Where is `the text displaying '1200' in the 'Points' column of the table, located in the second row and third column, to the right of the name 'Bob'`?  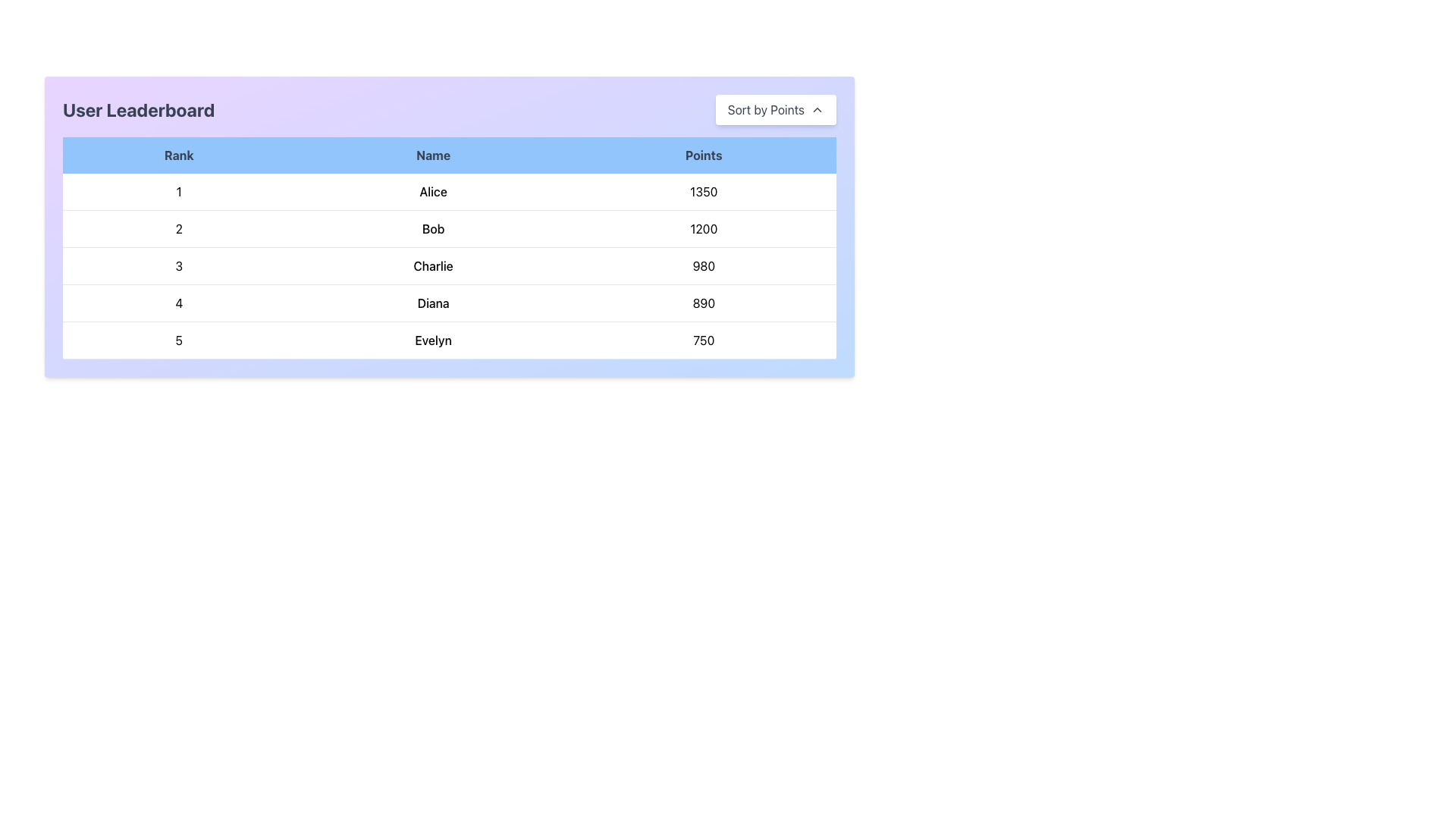
the text displaying '1200' in the 'Points' column of the table, located in the second row and third column, to the right of the name 'Bob' is located at coordinates (703, 228).